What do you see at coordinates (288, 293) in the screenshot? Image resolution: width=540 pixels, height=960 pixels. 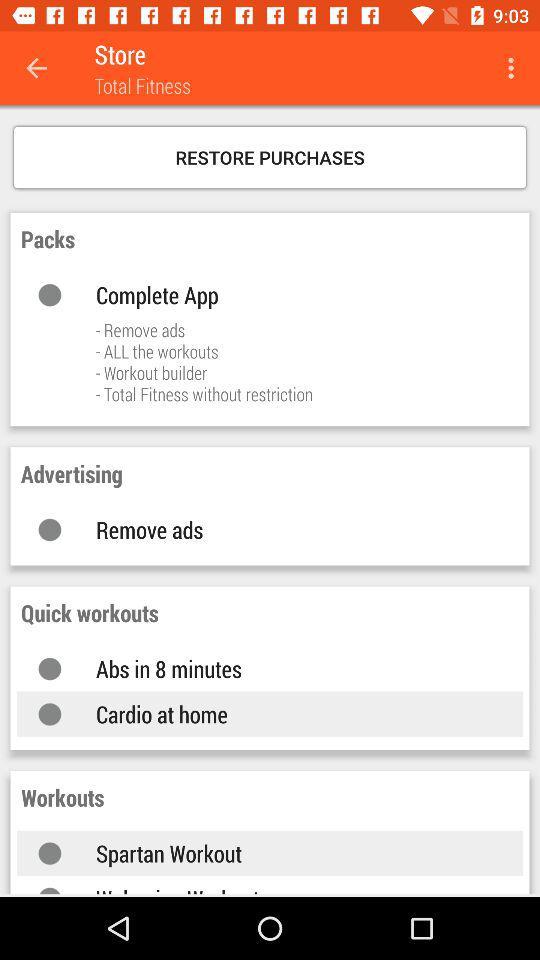 I see `the complete app` at bounding box center [288, 293].